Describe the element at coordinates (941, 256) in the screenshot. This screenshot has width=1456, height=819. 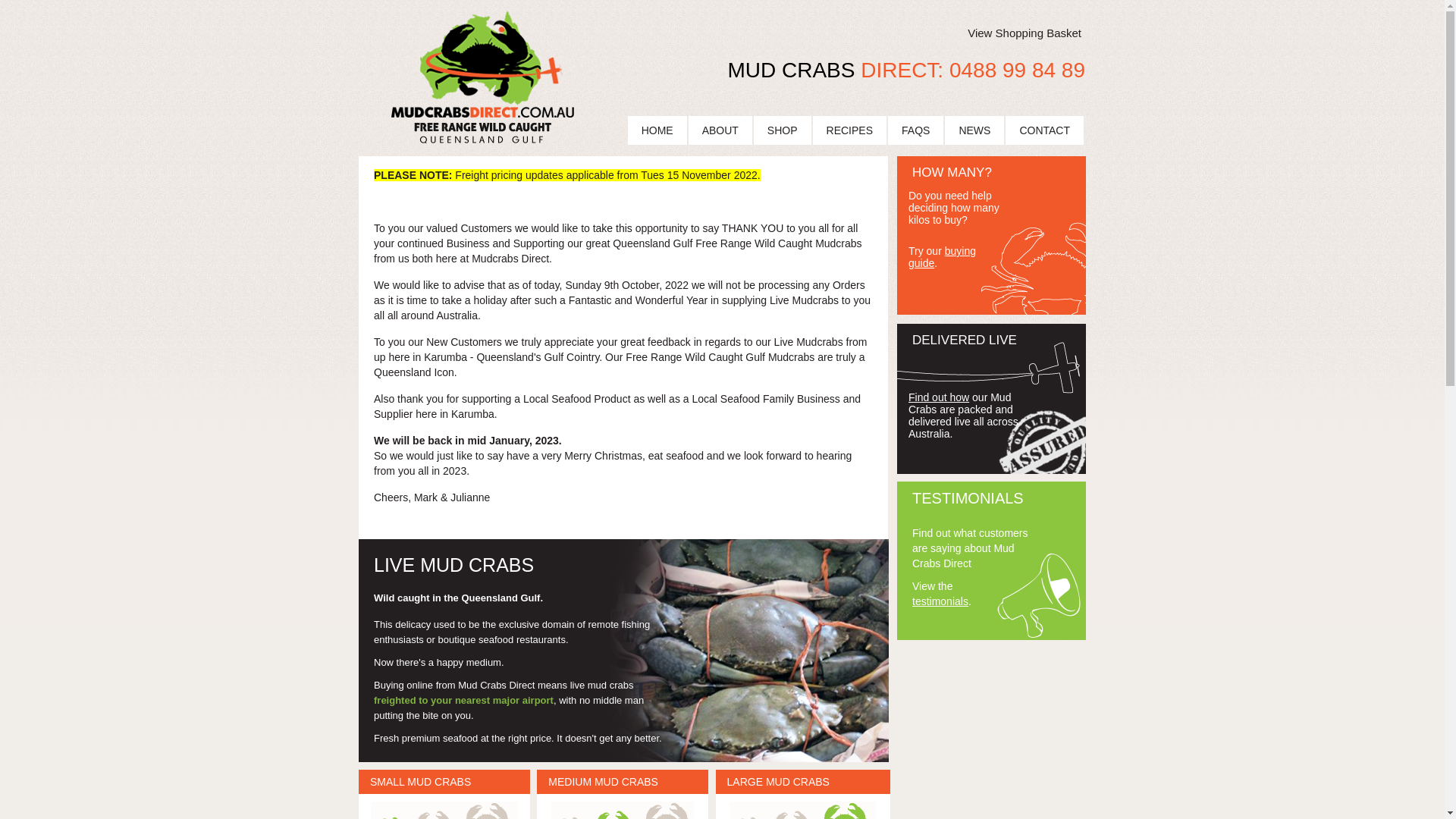
I see `'buying guide'` at that location.